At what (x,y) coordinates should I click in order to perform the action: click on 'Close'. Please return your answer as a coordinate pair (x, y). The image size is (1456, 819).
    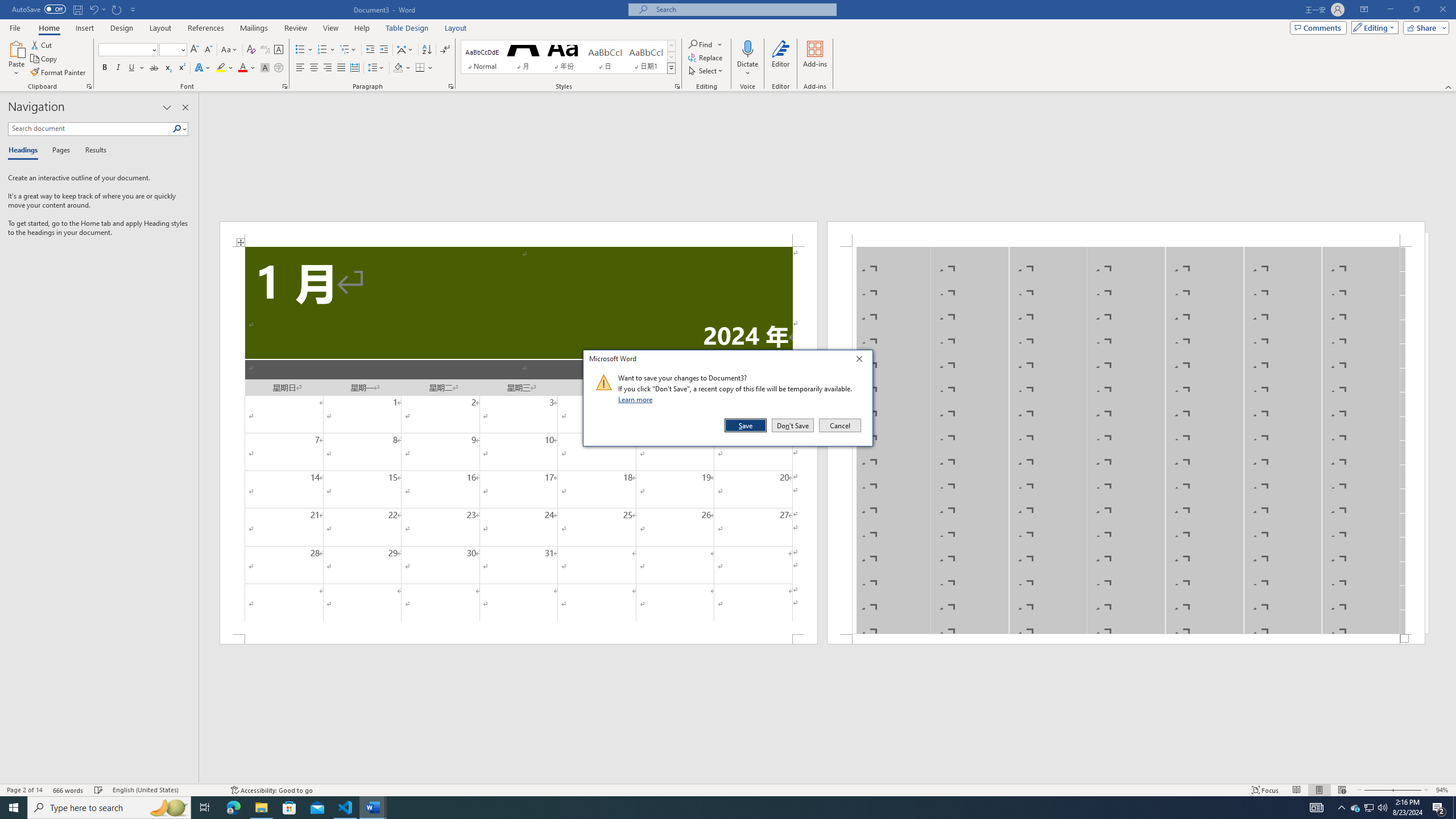
    Looking at the image, I should click on (862, 360).